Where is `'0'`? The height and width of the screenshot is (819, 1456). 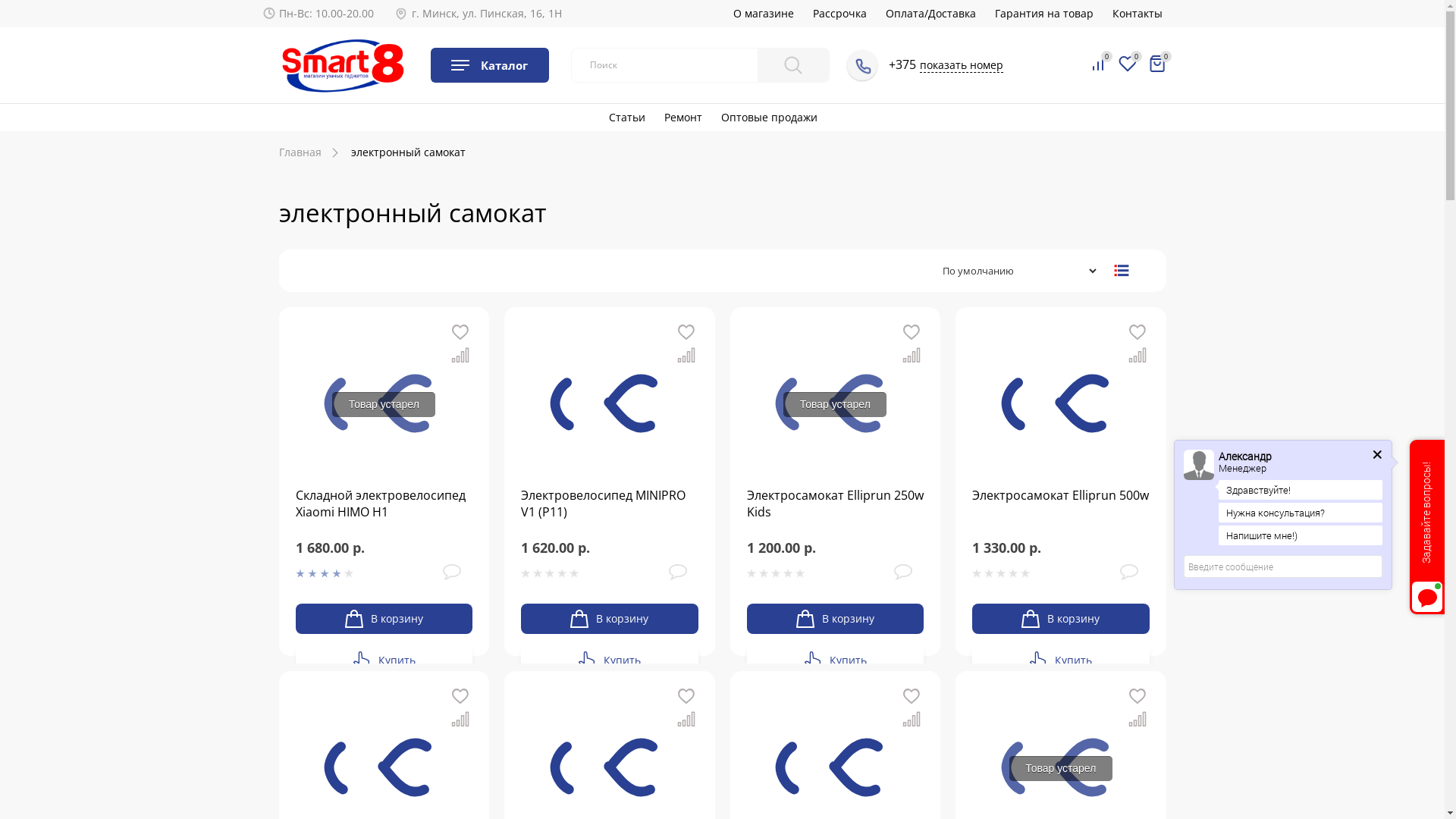 '0' is located at coordinates (1087, 64).